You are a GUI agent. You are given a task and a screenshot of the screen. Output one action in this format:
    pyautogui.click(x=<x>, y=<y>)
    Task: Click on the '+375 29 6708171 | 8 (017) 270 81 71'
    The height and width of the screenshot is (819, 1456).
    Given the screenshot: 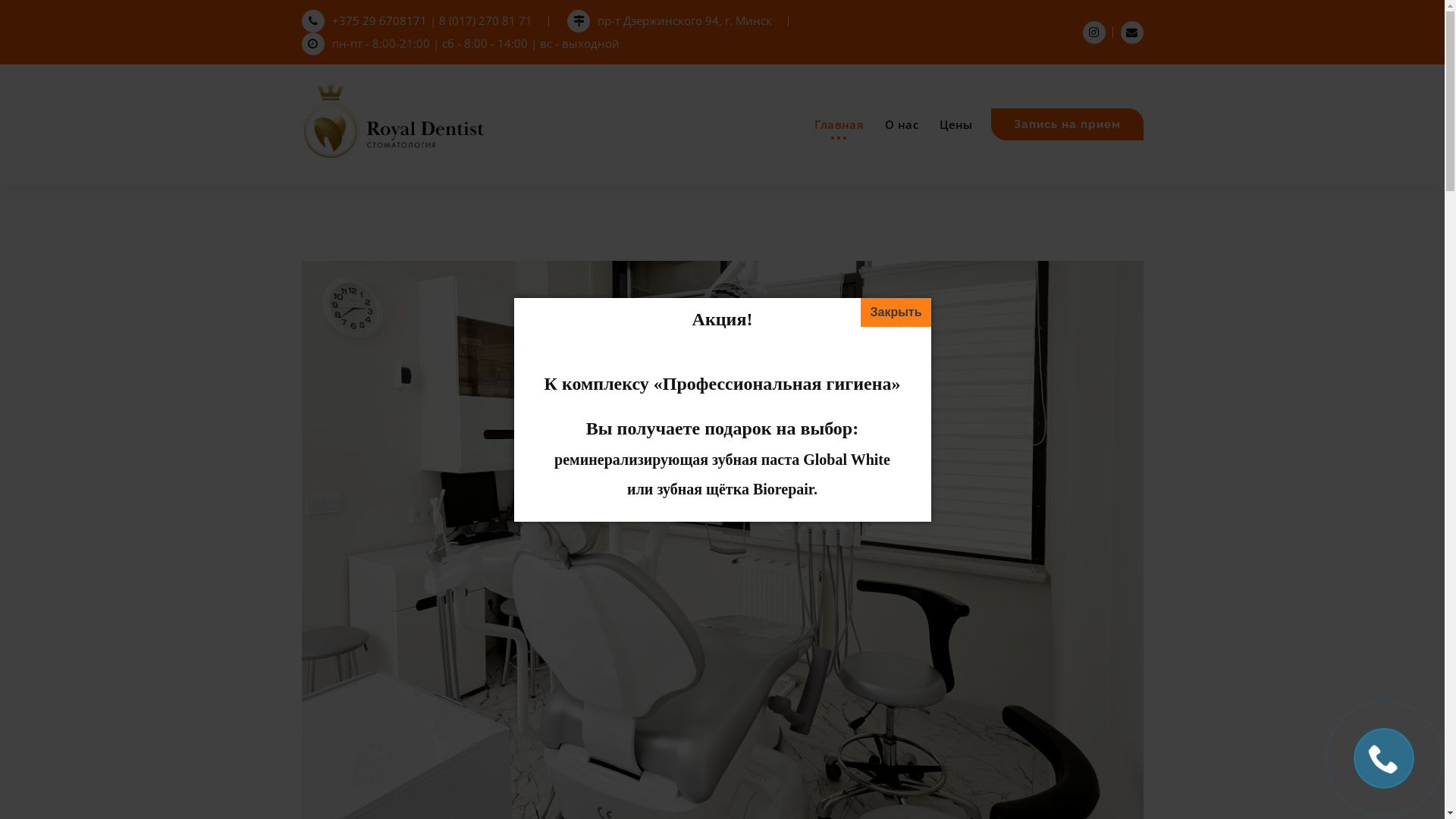 What is the action you would take?
    pyautogui.click(x=417, y=20)
    